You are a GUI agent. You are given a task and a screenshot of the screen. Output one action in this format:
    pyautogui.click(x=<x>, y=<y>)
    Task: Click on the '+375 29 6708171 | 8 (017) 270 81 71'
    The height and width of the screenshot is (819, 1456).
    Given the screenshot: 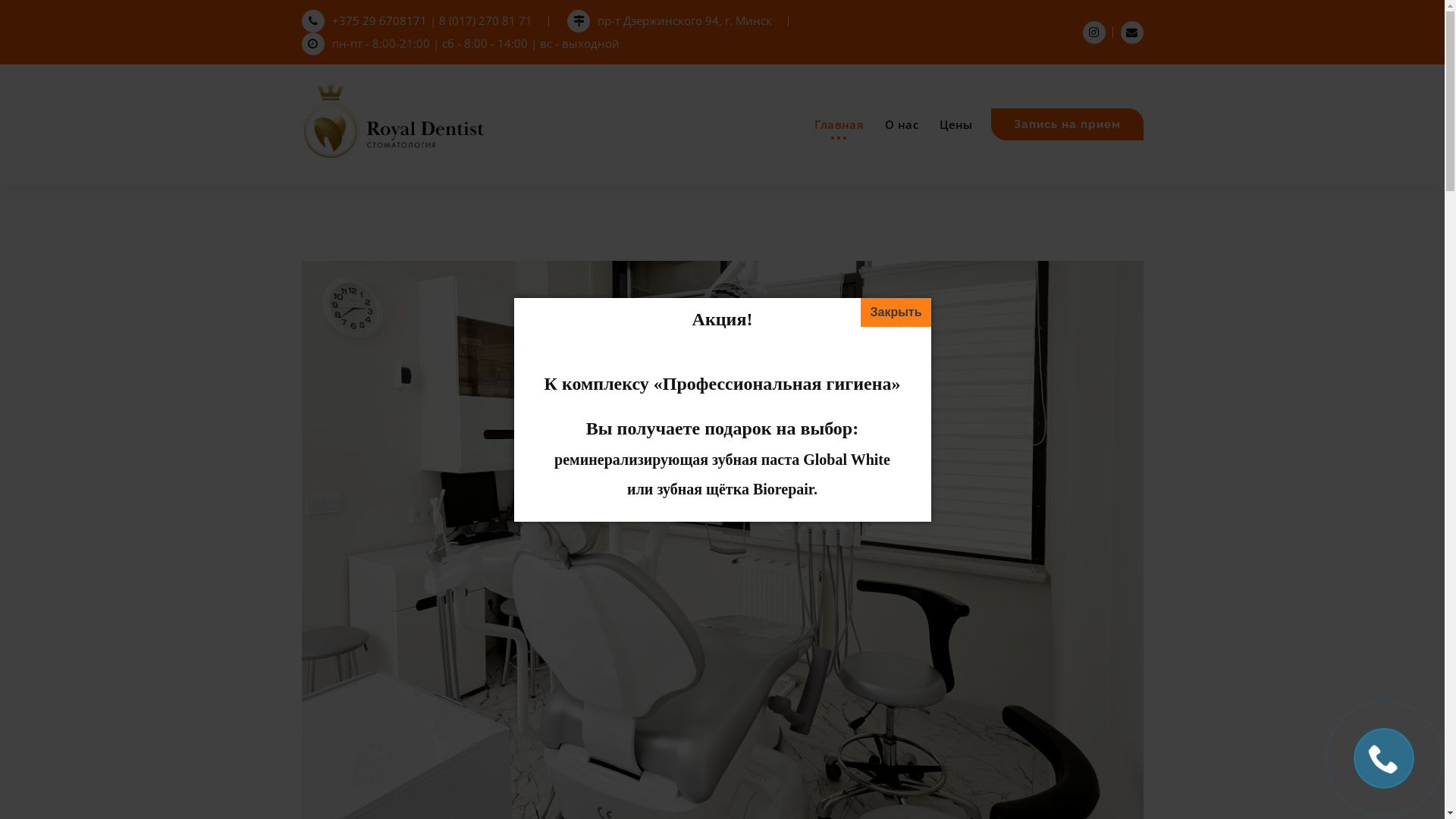 What is the action you would take?
    pyautogui.click(x=417, y=20)
    